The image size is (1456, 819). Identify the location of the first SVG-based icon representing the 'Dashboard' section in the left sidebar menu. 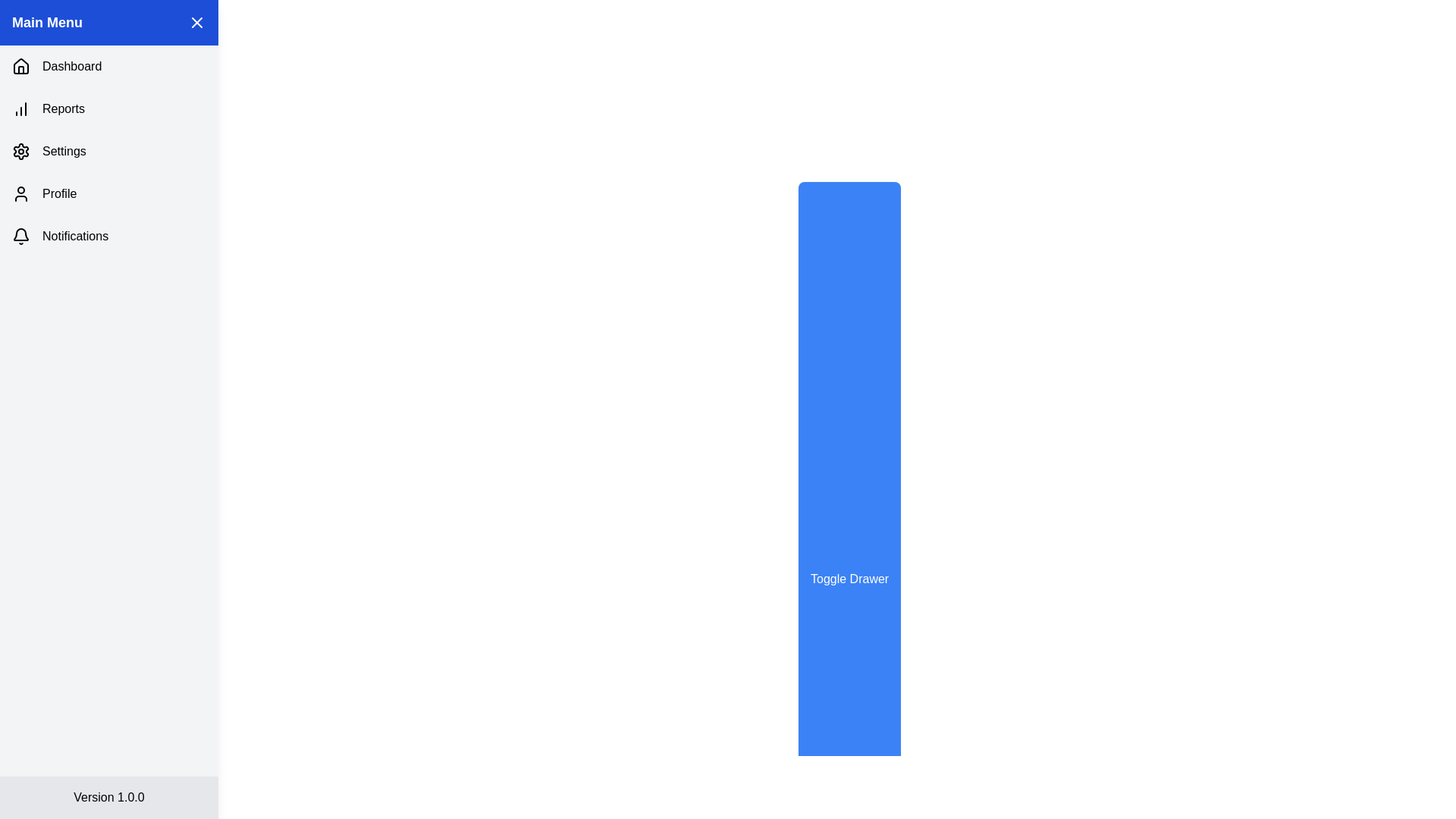
(21, 66).